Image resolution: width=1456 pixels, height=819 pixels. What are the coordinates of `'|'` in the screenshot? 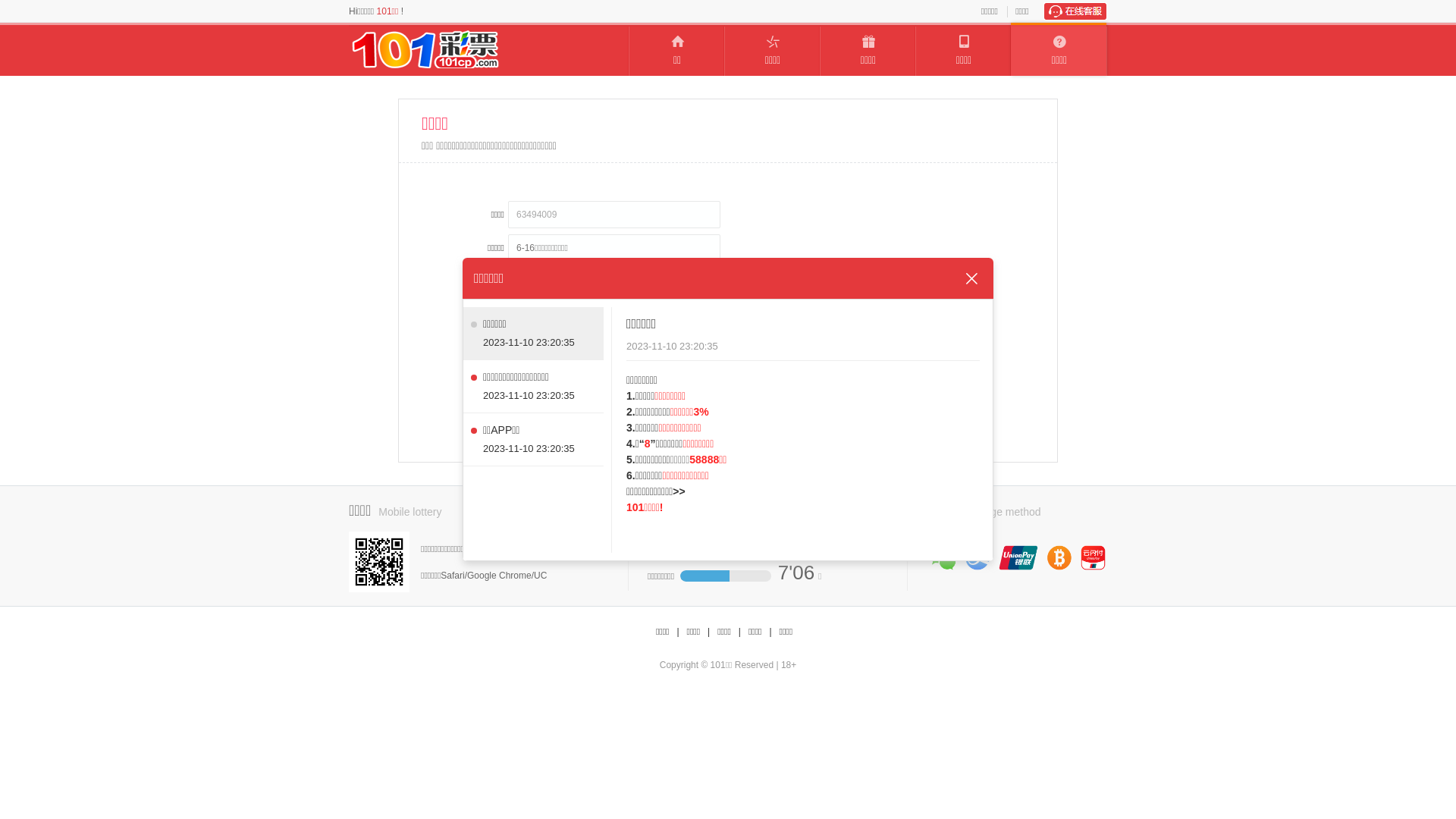 It's located at (770, 632).